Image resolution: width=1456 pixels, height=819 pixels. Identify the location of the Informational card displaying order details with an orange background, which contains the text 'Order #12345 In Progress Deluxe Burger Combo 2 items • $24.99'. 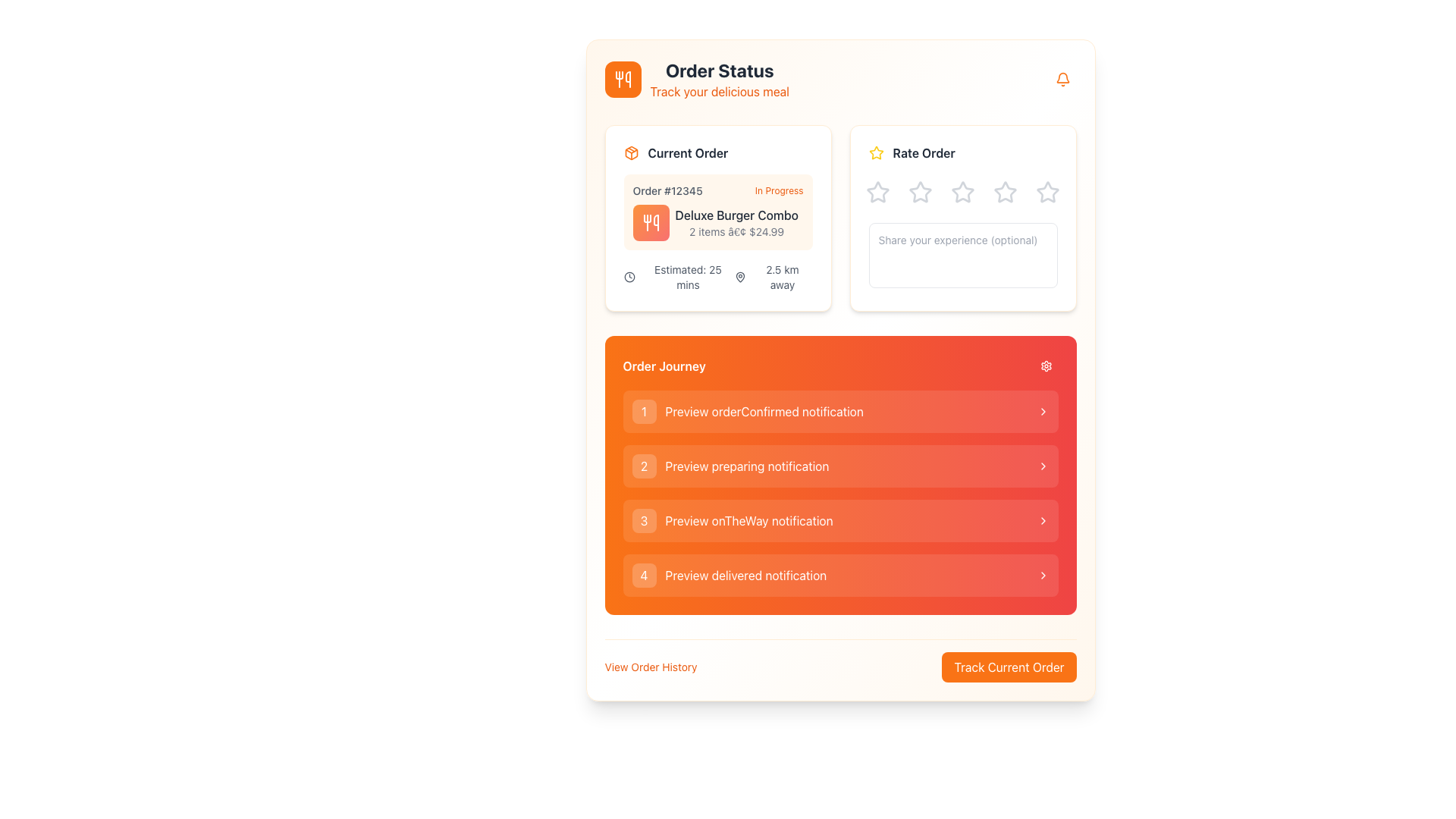
(717, 212).